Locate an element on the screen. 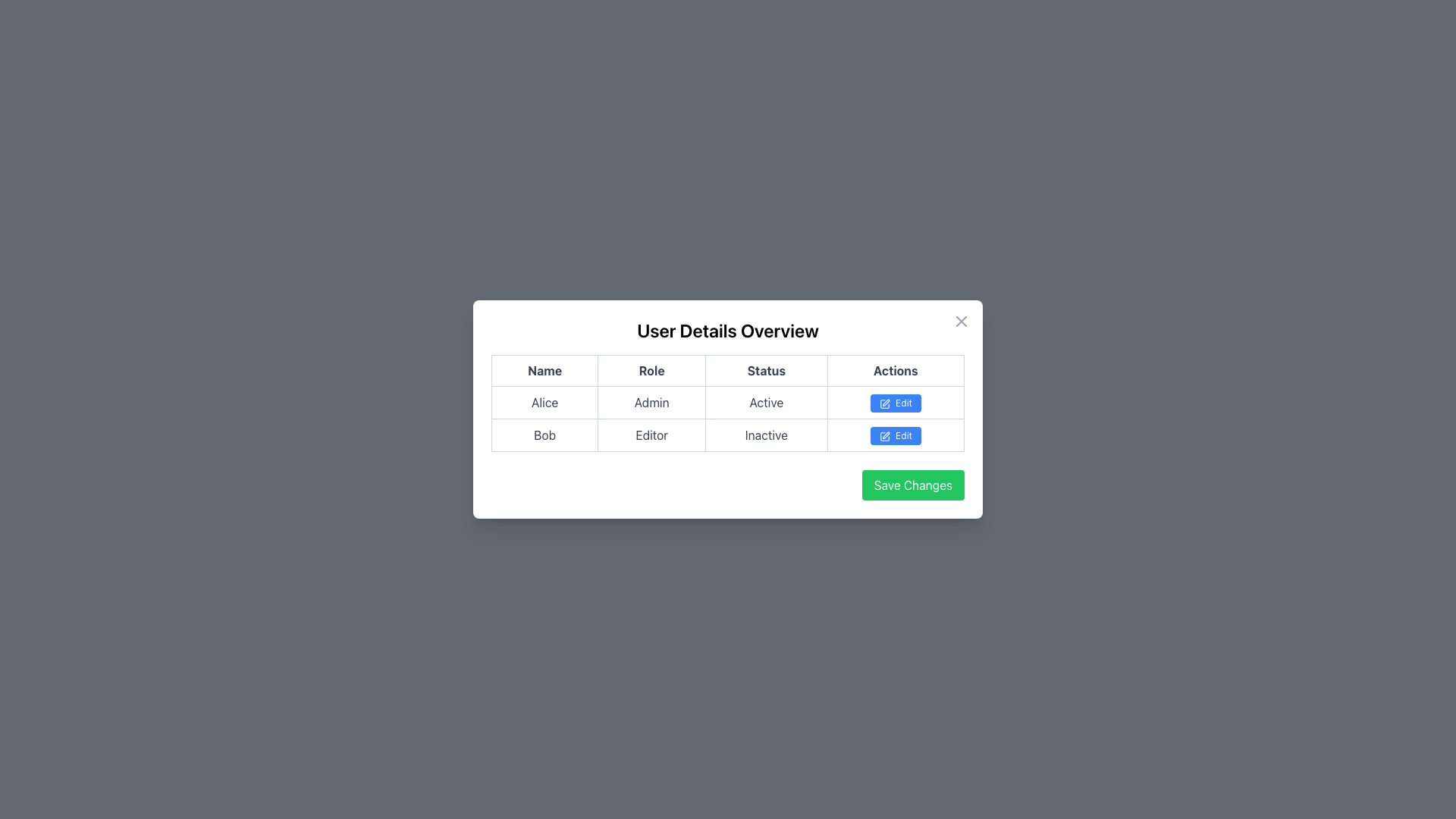 The height and width of the screenshot is (819, 1456). the Table Header Cell labeled 'Role' to identify the 'Role' column is located at coordinates (651, 371).